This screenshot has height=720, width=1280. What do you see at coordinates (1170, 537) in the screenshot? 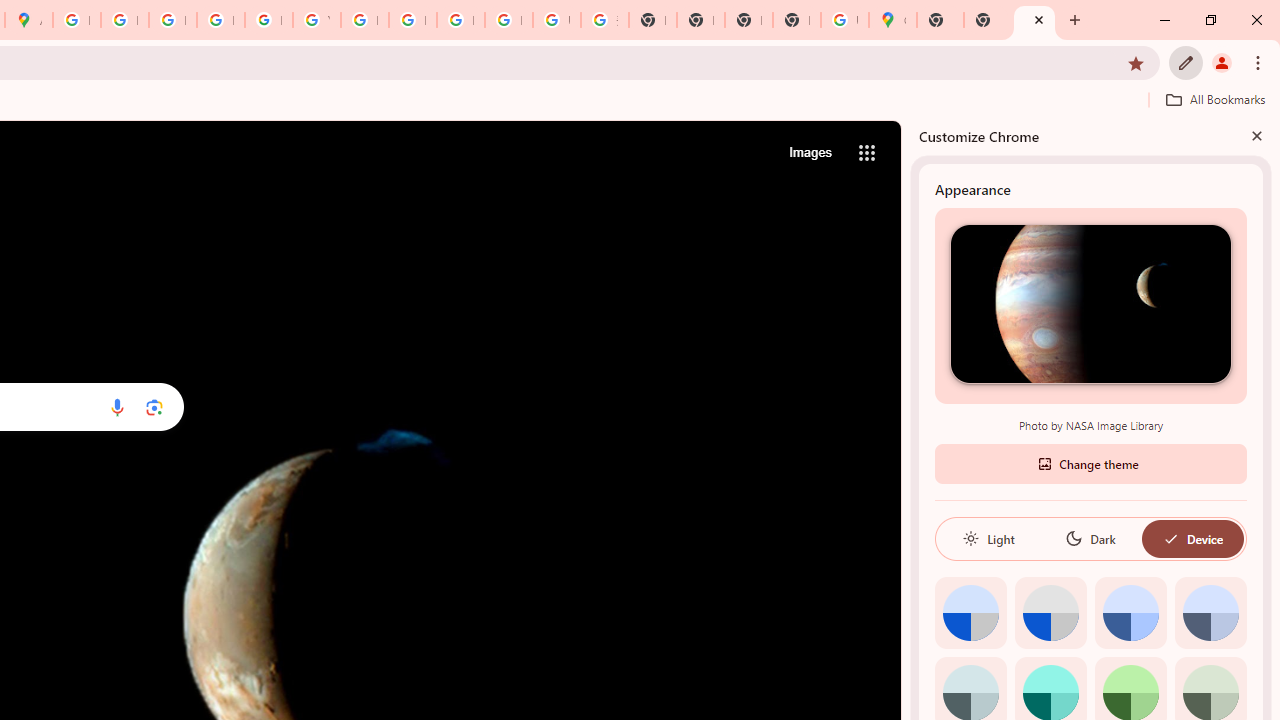
I see `'AutomationID: baseSvg'` at bounding box center [1170, 537].